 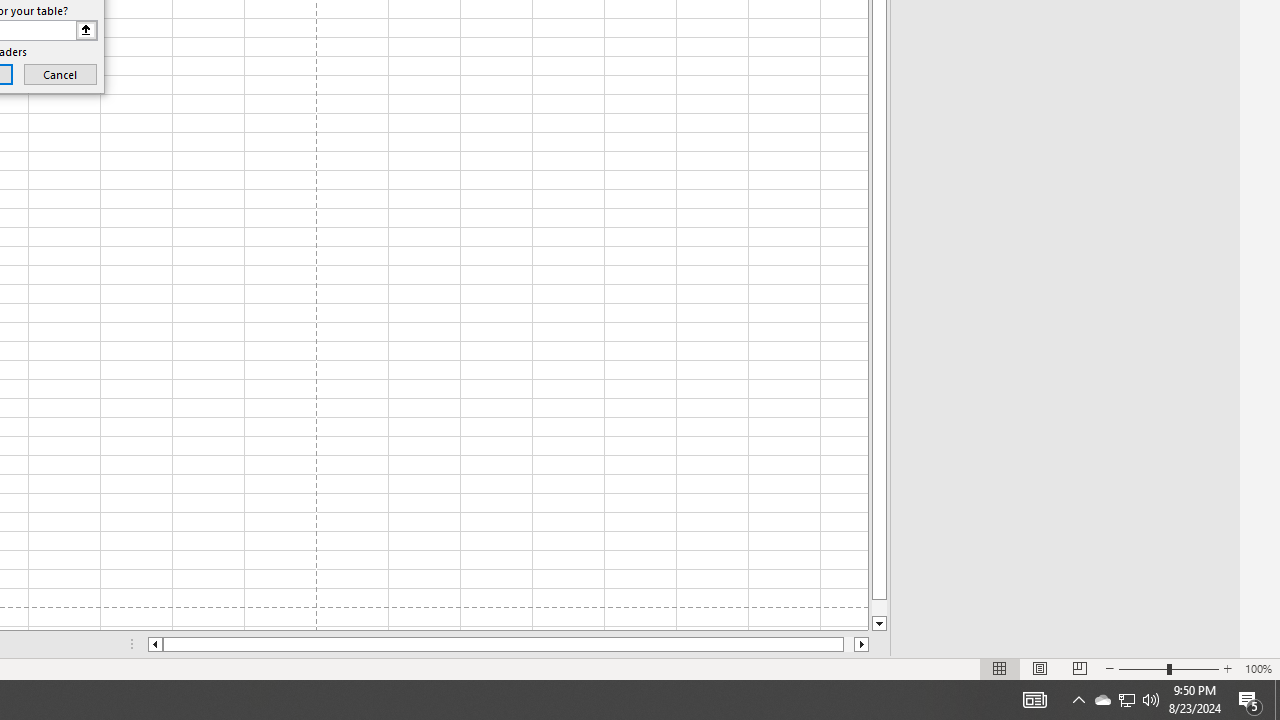 What do you see at coordinates (153, 644) in the screenshot?
I see `'Column left'` at bounding box center [153, 644].